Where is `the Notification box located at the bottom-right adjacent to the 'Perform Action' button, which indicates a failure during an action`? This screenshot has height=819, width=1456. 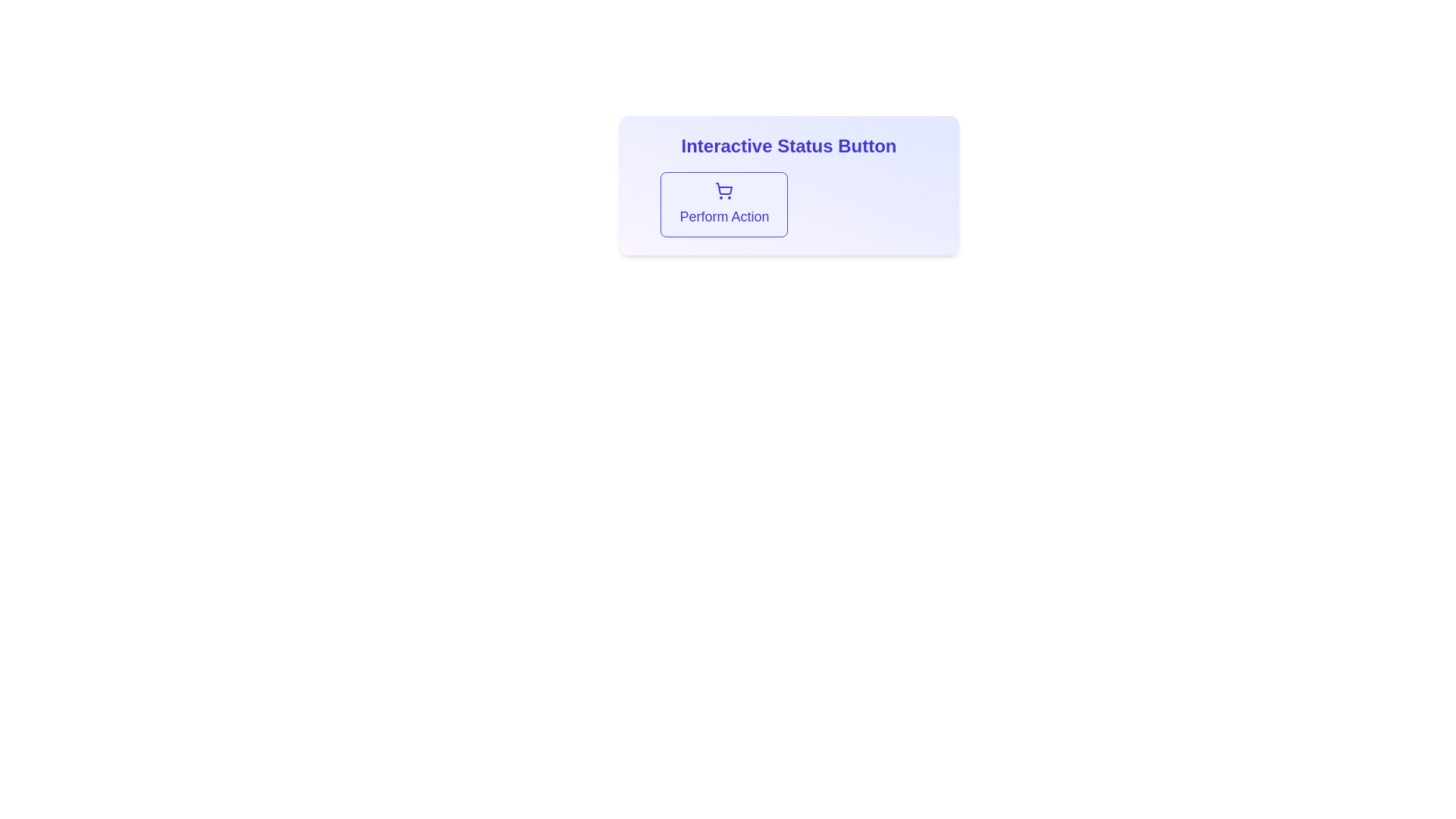
the Notification box located at the bottom-right adjacent to the 'Perform Action' button, which indicates a failure during an action is located at coordinates (852, 212).